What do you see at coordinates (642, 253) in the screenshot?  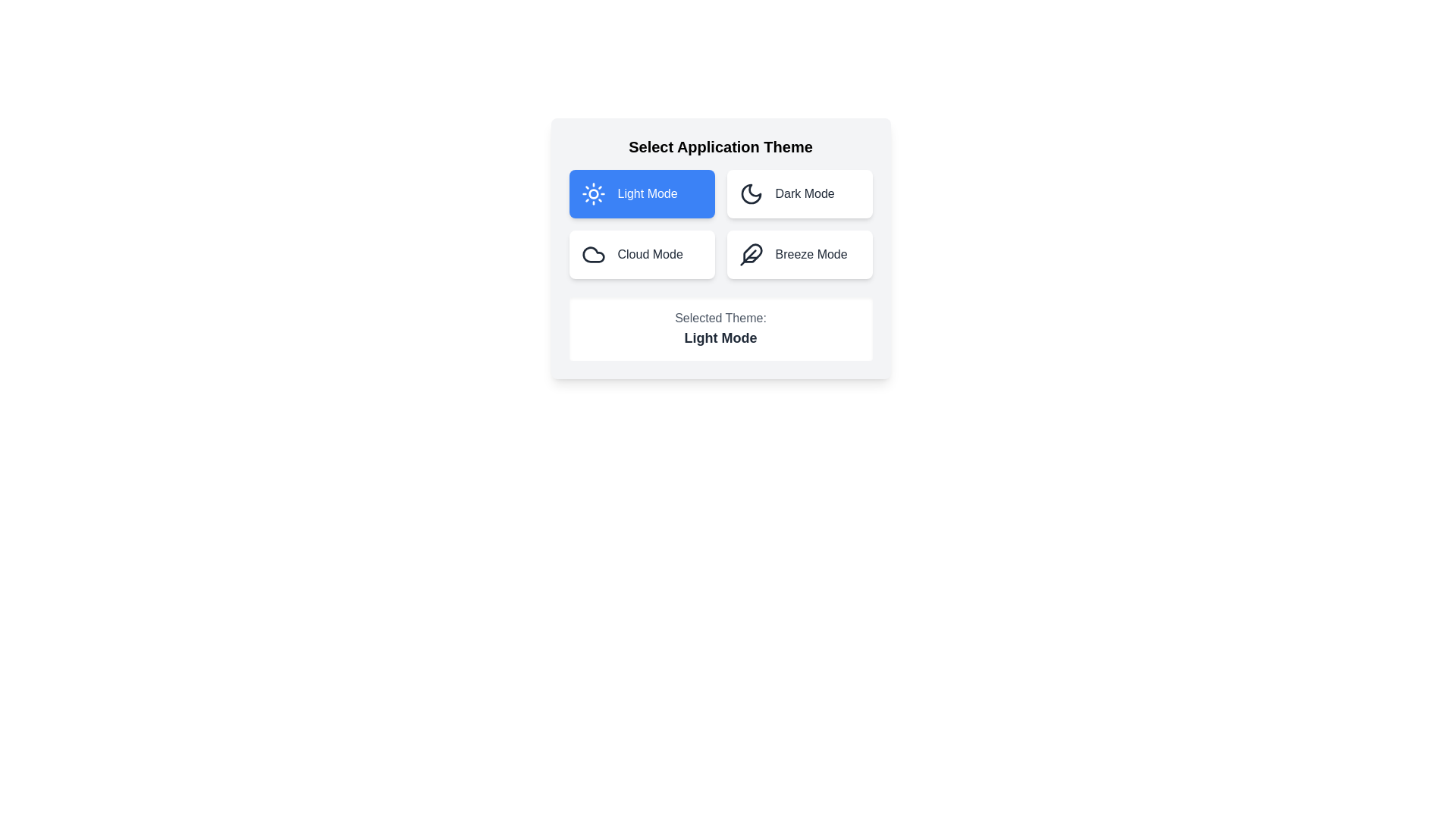 I see `the theme by clicking on the button corresponding to Cloud Mode` at bounding box center [642, 253].